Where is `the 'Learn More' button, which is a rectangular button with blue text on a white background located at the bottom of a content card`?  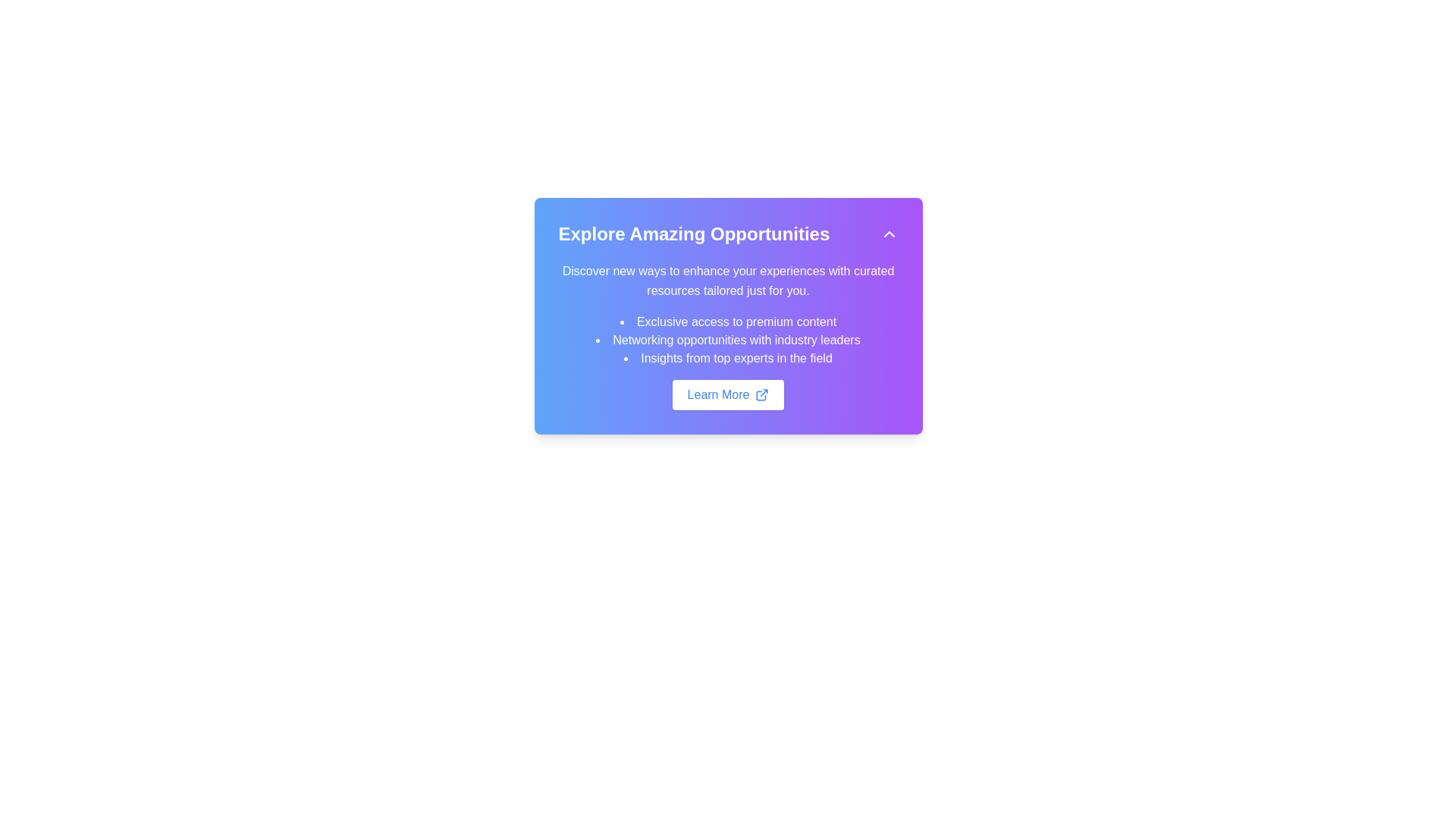 the 'Learn More' button, which is a rectangular button with blue text on a white background located at the bottom of a content card is located at coordinates (728, 394).